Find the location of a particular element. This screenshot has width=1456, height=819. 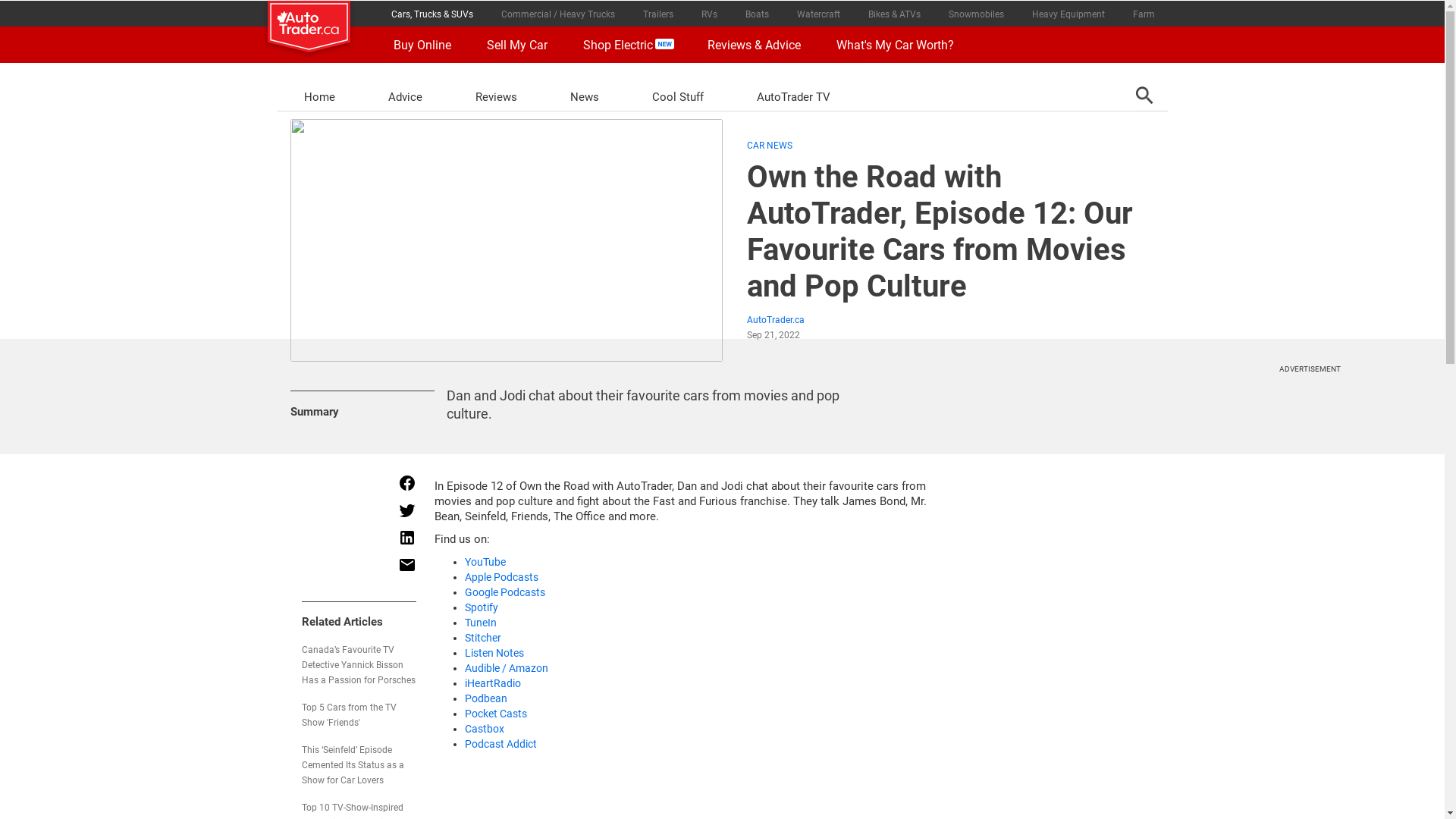

'Listen Notes' is located at coordinates (494, 651).